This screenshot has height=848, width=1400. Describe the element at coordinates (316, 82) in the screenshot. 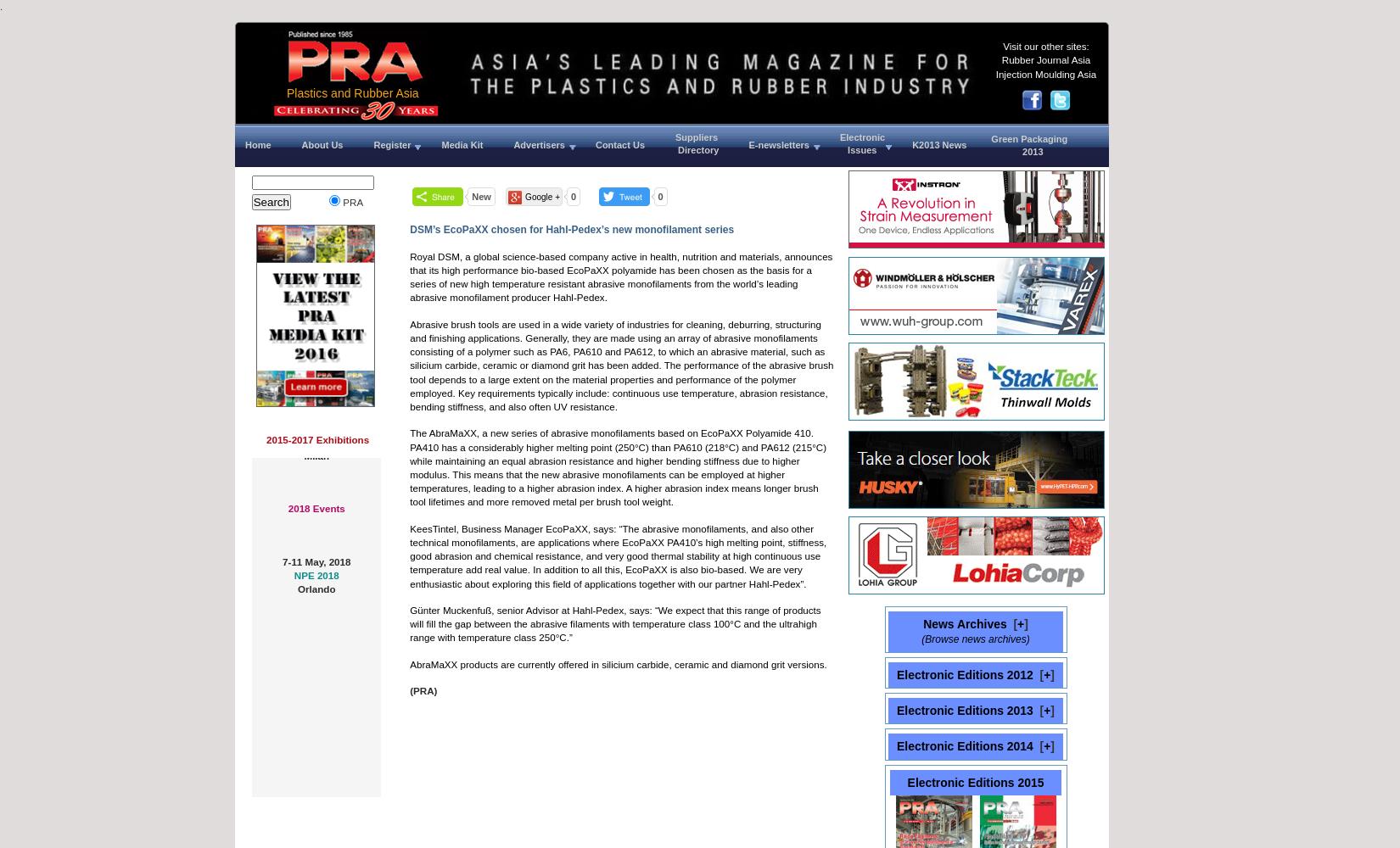

I see `'8-10 January, 2017'` at that location.